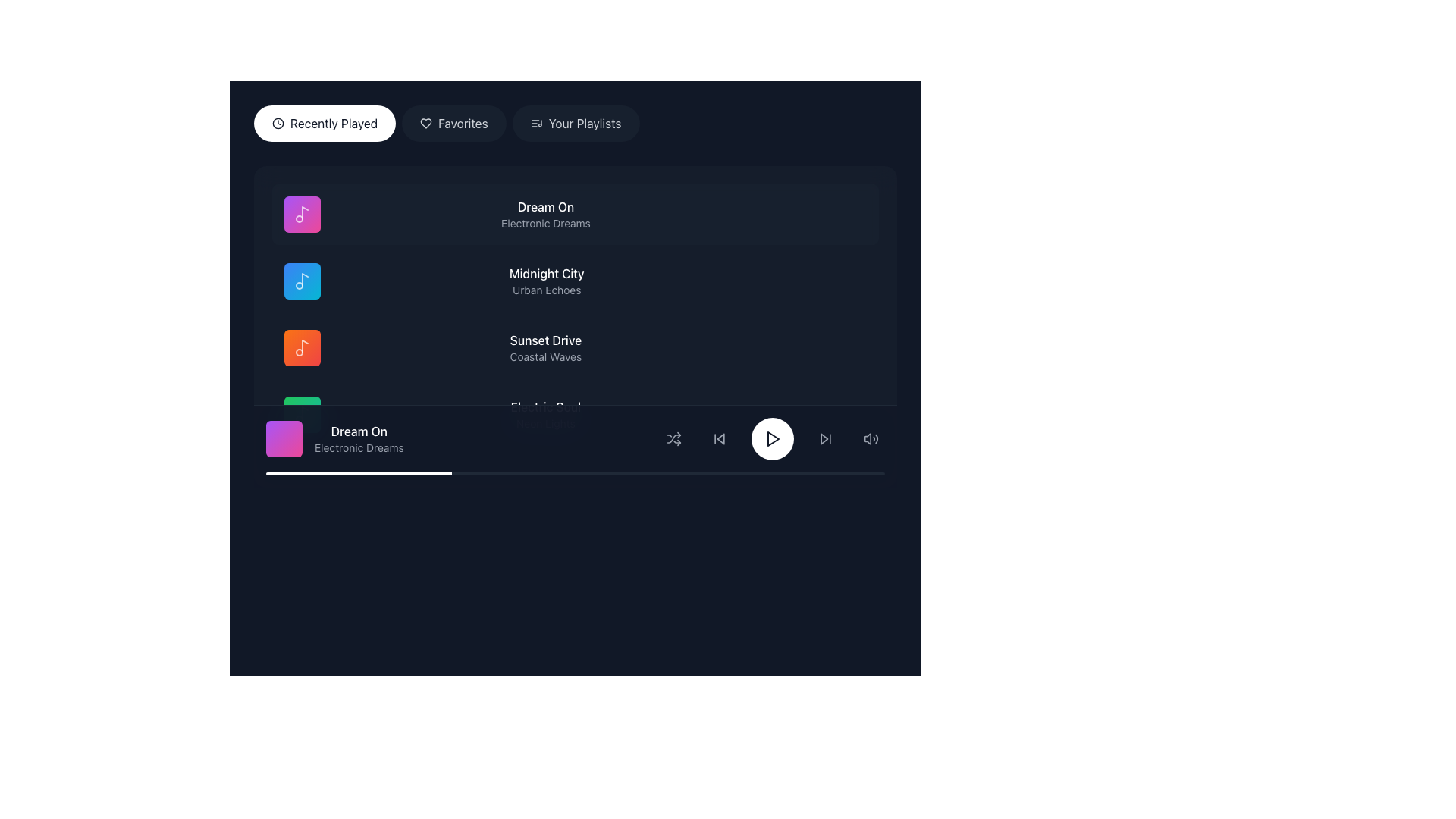 This screenshot has width=1456, height=819. What do you see at coordinates (546, 214) in the screenshot?
I see `the text display element that shows the song details, featuring the bolded white text 'Dream On' and the light gray text 'Electronic Dreams'` at bounding box center [546, 214].